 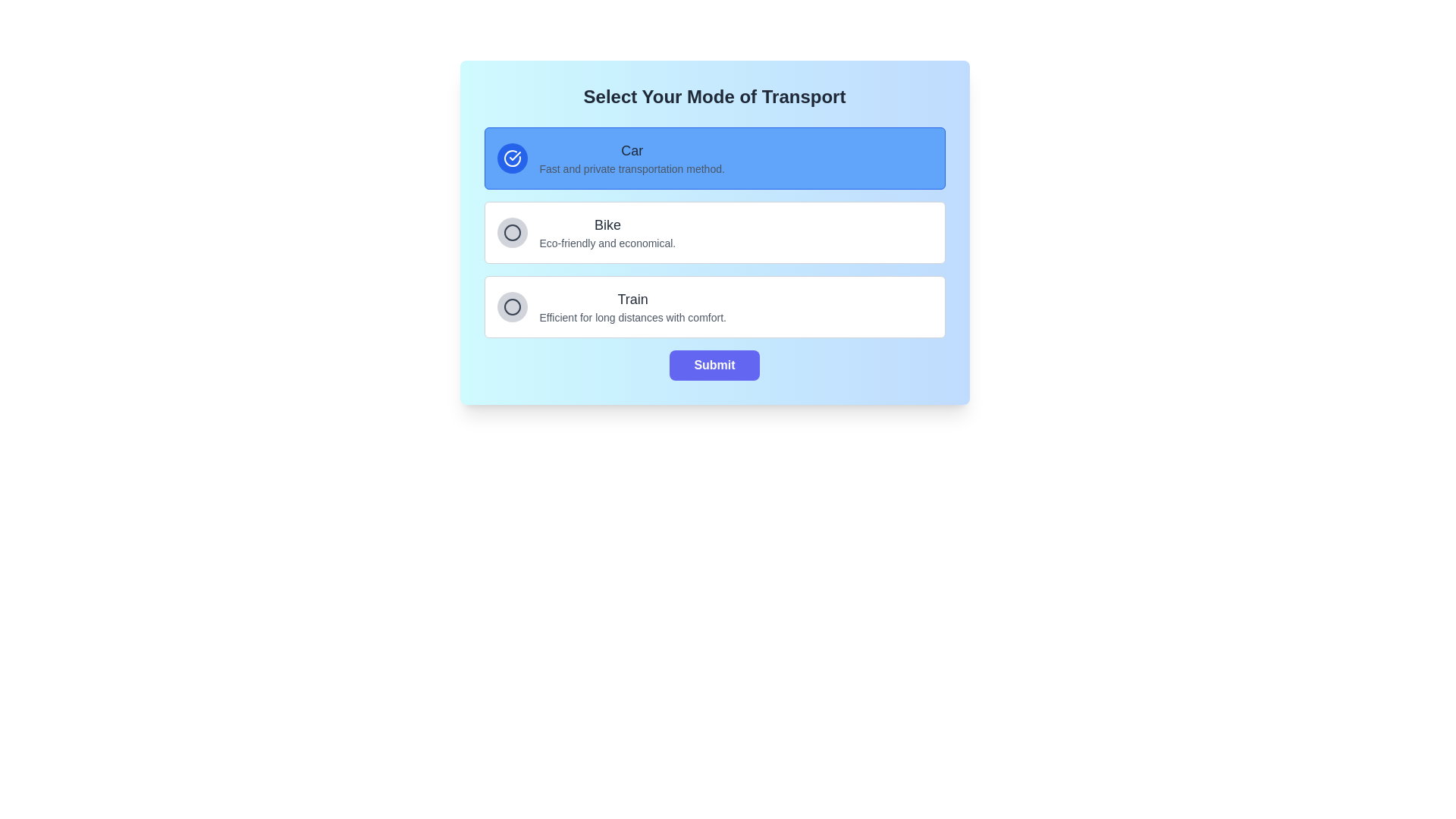 I want to click on the 'Submit' button, which is a rectangular button with a purple background and white text, located centrally below the options 'Car', 'Bike', and 'Train', so click(x=714, y=366).